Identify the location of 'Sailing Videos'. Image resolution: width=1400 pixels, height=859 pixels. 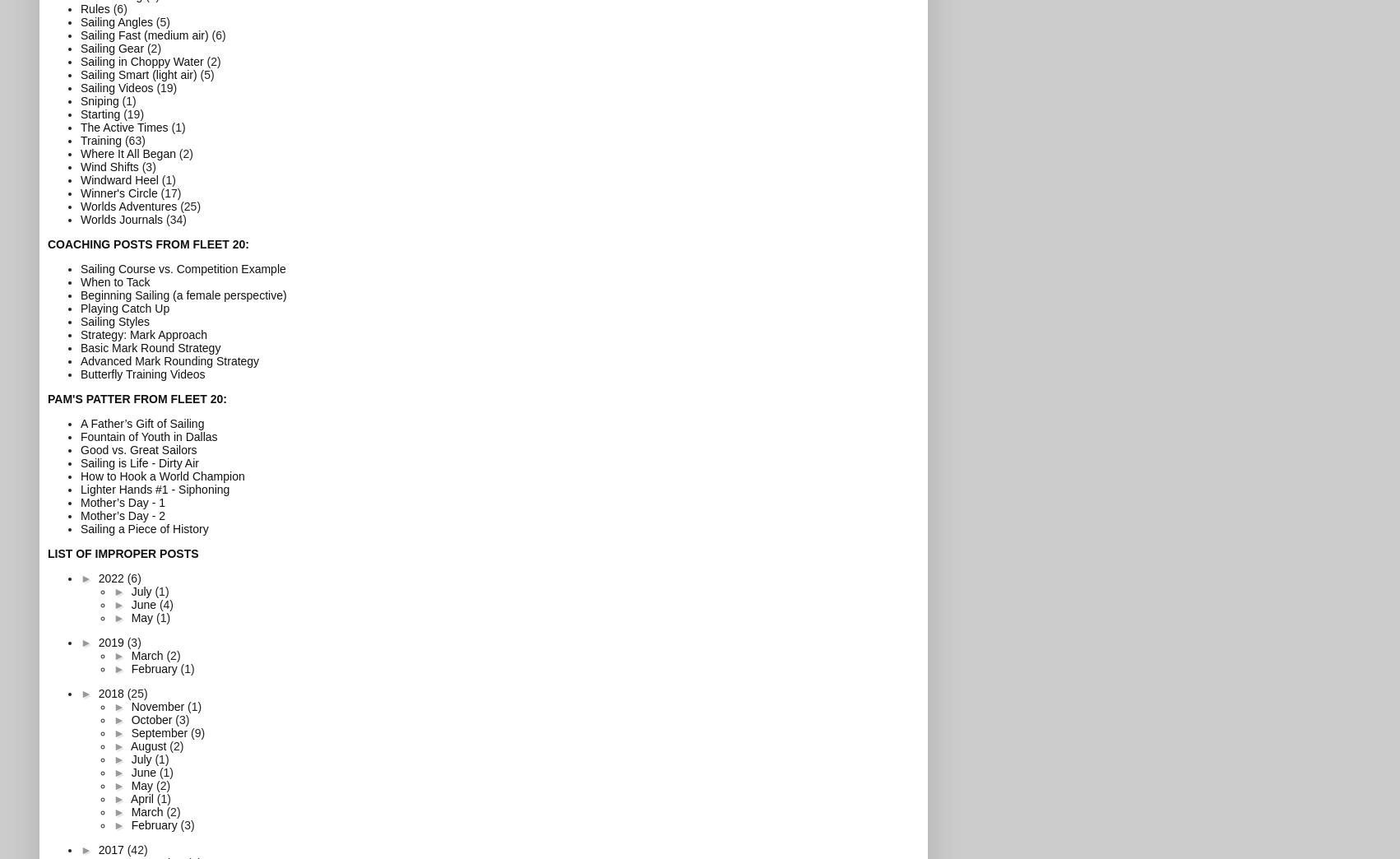
(116, 86).